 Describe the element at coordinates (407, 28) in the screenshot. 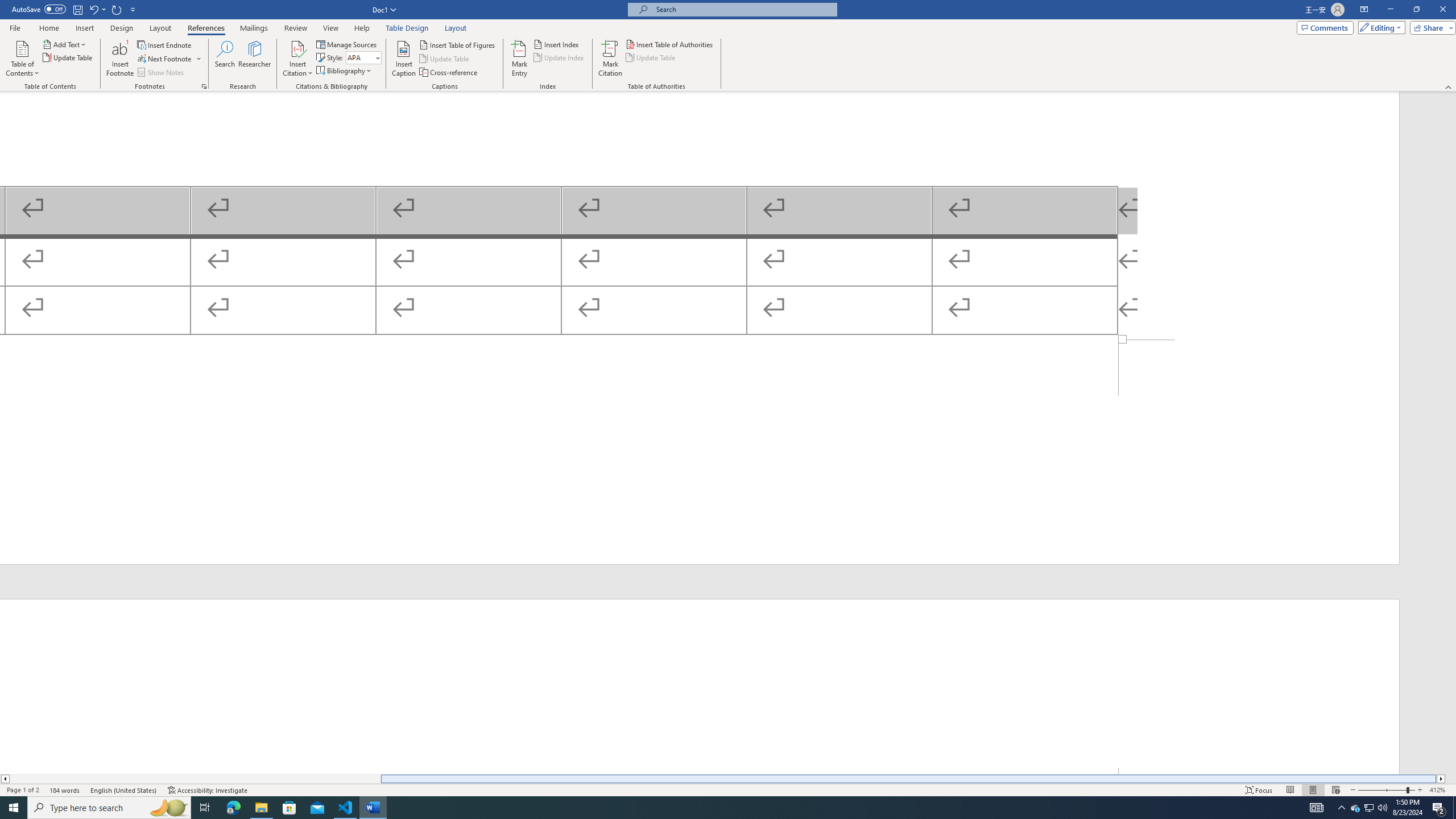

I see `'Table Design'` at that location.